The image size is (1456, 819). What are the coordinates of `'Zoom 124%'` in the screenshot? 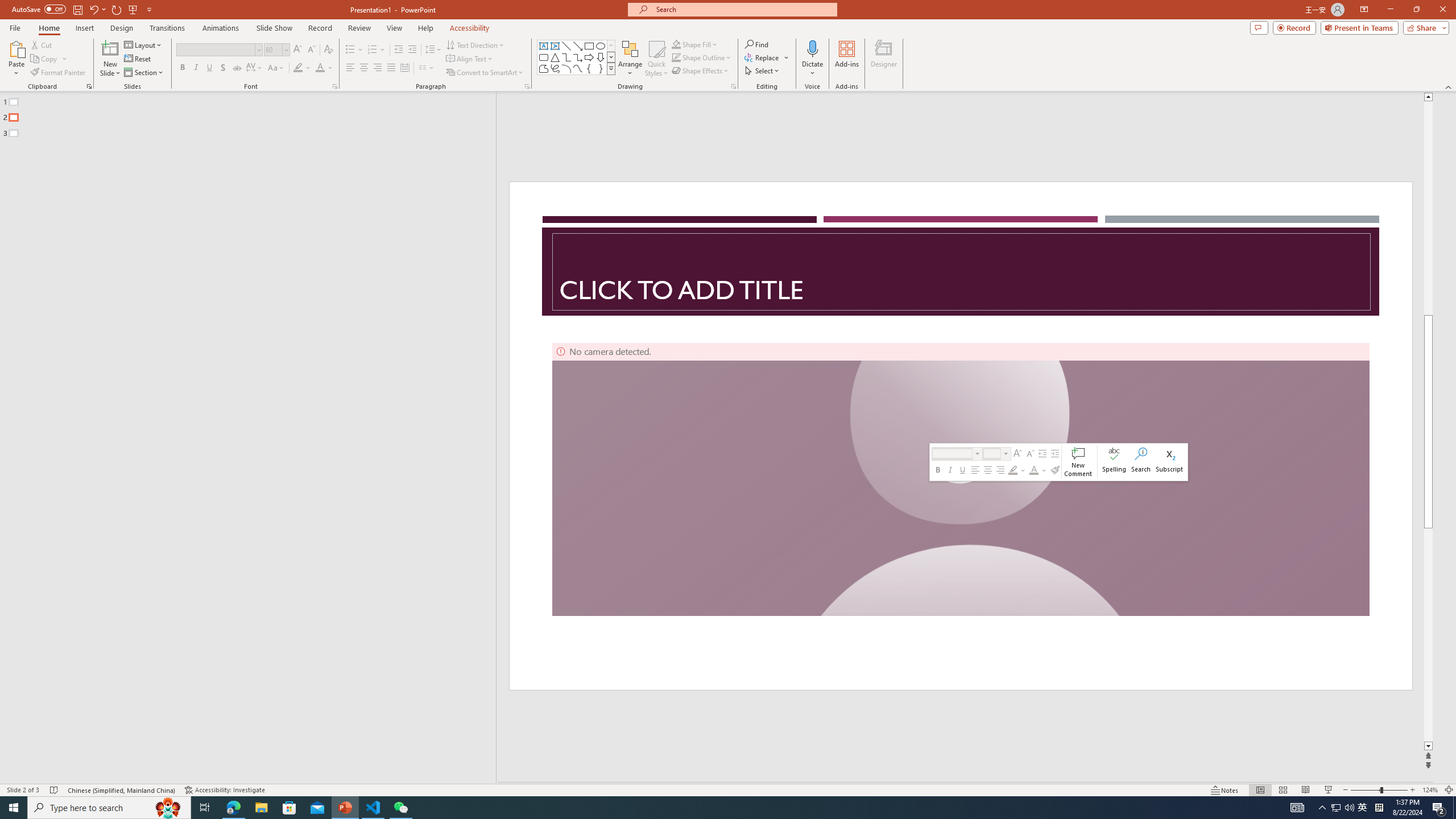 It's located at (1430, 790).